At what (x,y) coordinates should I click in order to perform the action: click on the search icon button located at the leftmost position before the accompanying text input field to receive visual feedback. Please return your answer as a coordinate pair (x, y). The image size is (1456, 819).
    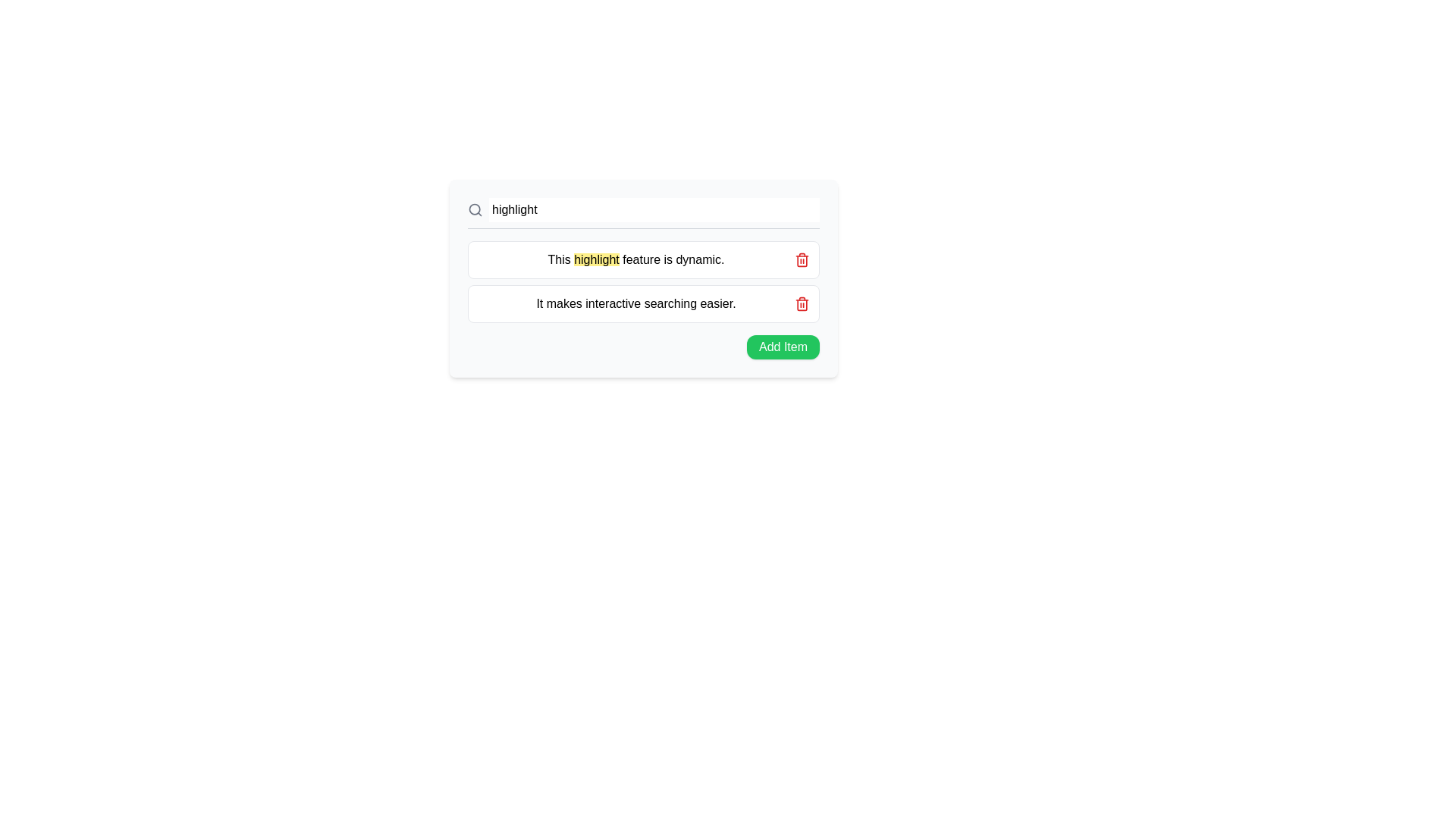
    Looking at the image, I should click on (475, 210).